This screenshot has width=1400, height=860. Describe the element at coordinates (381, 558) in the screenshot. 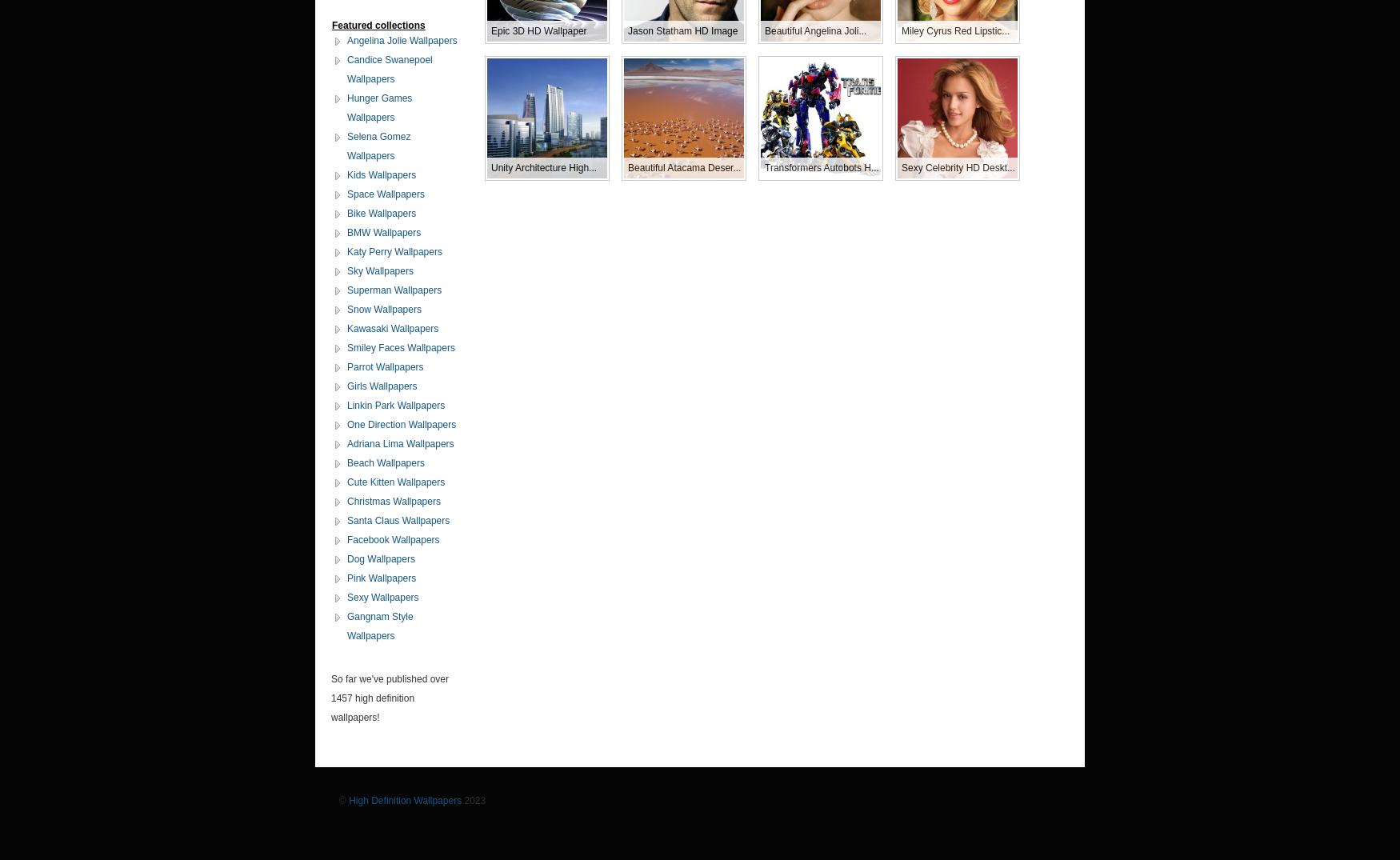

I see `'Dog Wallpapers'` at that location.